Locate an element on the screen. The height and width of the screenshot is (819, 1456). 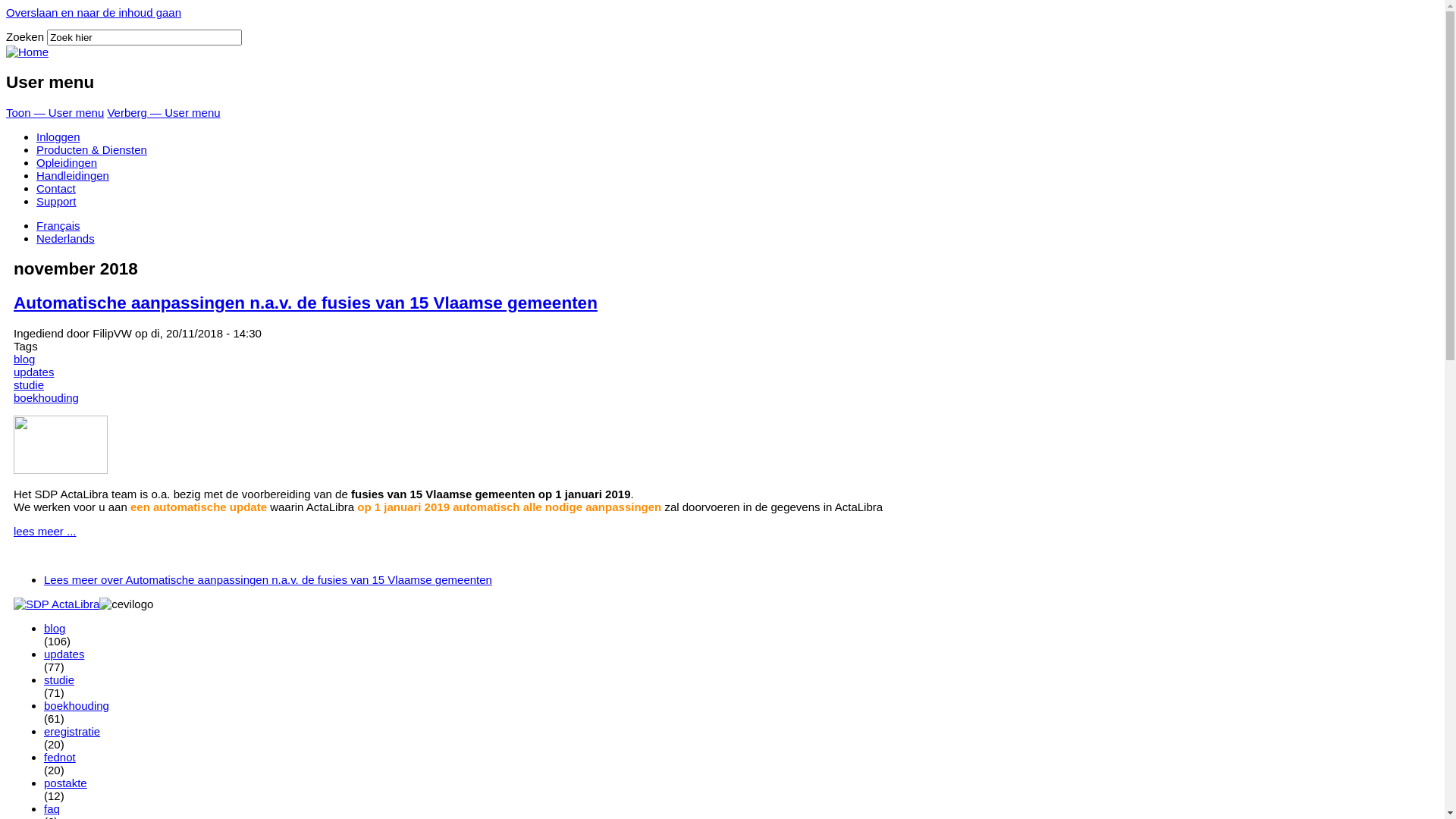
'faq' is located at coordinates (52, 808).